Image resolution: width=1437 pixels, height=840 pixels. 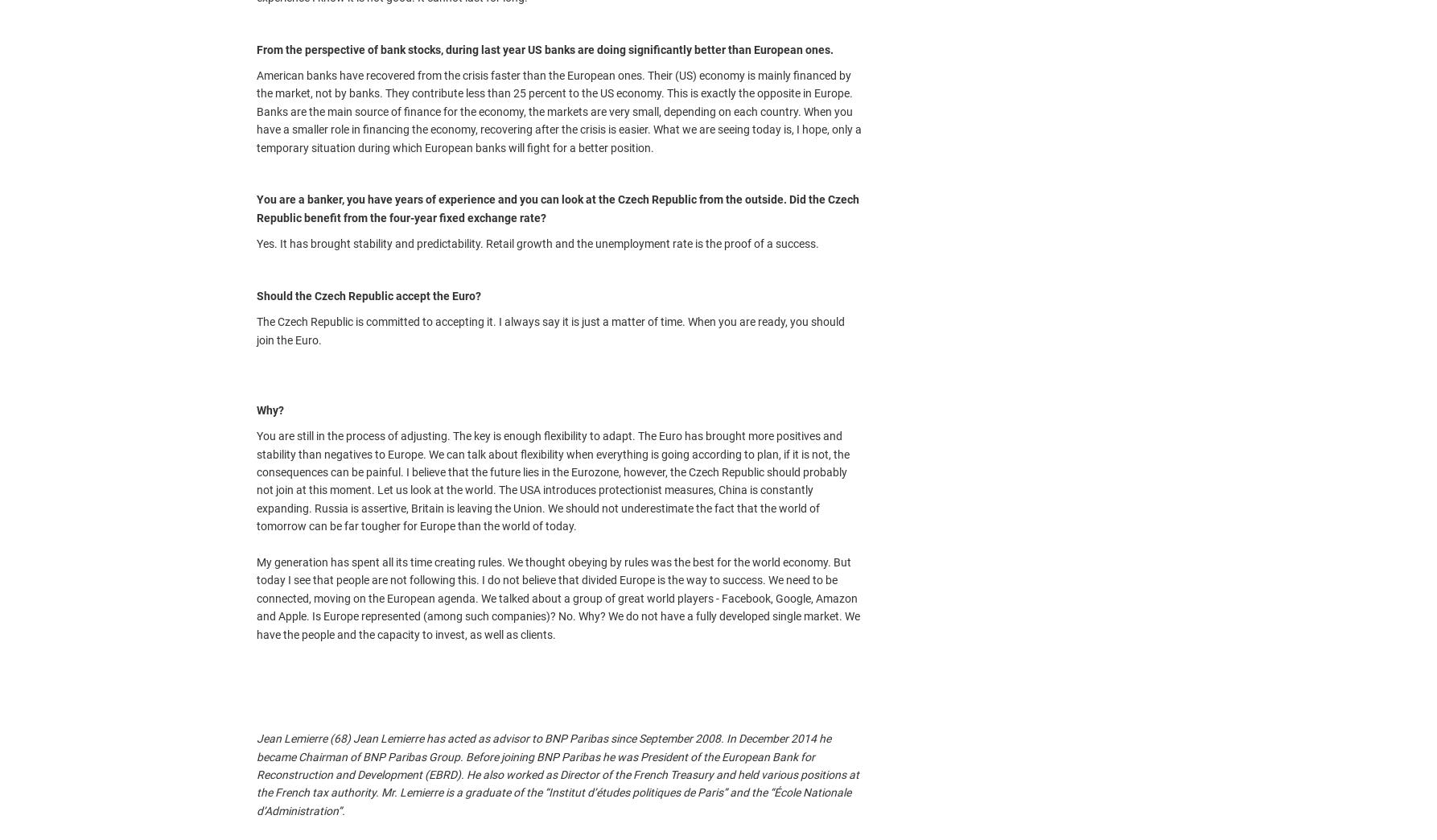 What do you see at coordinates (558, 110) in the screenshot?
I see `'American banks have recovered from the crisis faster than the European ones. Their (US) economy is mainly financed by the market, not by banks. They contribute less than 25 percent to the US economy. This is exactly the opposite in Europe. Banks are the main source of finance for the economy, the markets are very small, depending on each country. When you have a smaller role in financing the economy, recovering after the crisis is easier. What we are seeing today is, I hope, only a temporary situation during which European banks will fight for a better position.'` at bounding box center [558, 110].